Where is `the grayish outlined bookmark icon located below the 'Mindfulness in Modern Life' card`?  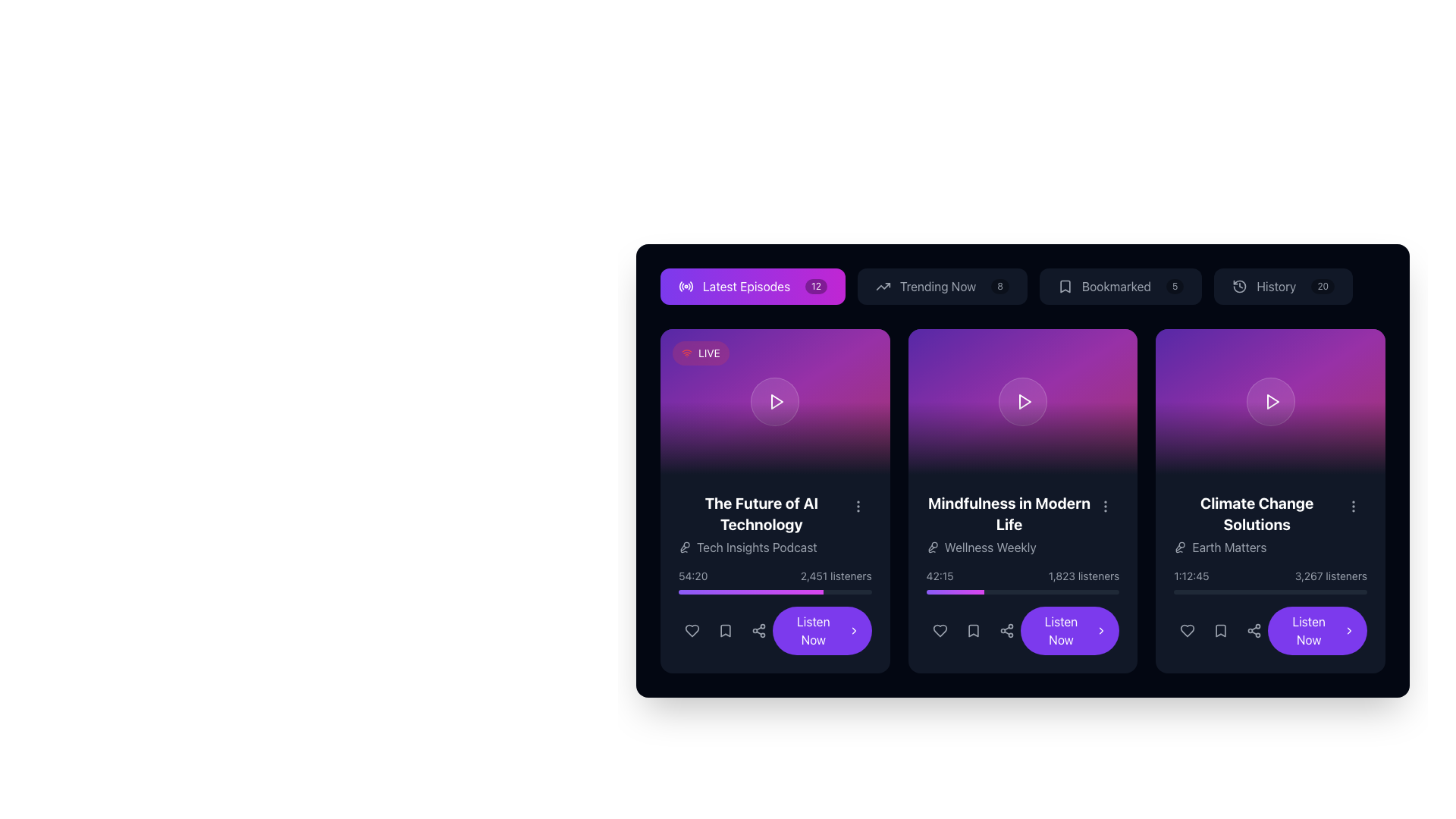 the grayish outlined bookmark icon located below the 'Mindfulness in Modern Life' card is located at coordinates (973, 631).